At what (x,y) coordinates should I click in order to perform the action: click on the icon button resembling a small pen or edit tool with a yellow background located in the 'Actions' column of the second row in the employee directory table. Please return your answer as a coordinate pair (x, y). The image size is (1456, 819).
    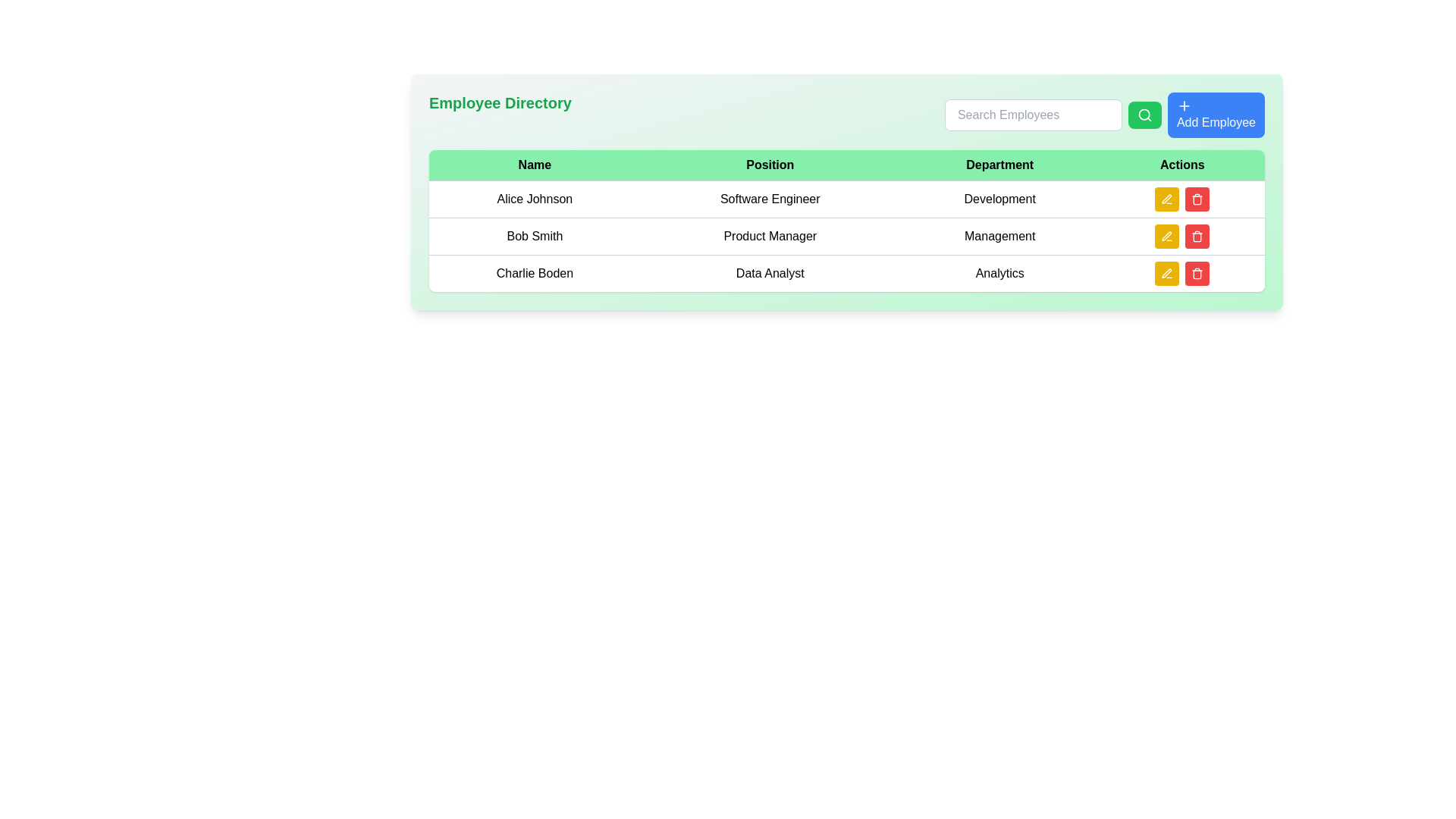
    Looking at the image, I should click on (1166, 198).